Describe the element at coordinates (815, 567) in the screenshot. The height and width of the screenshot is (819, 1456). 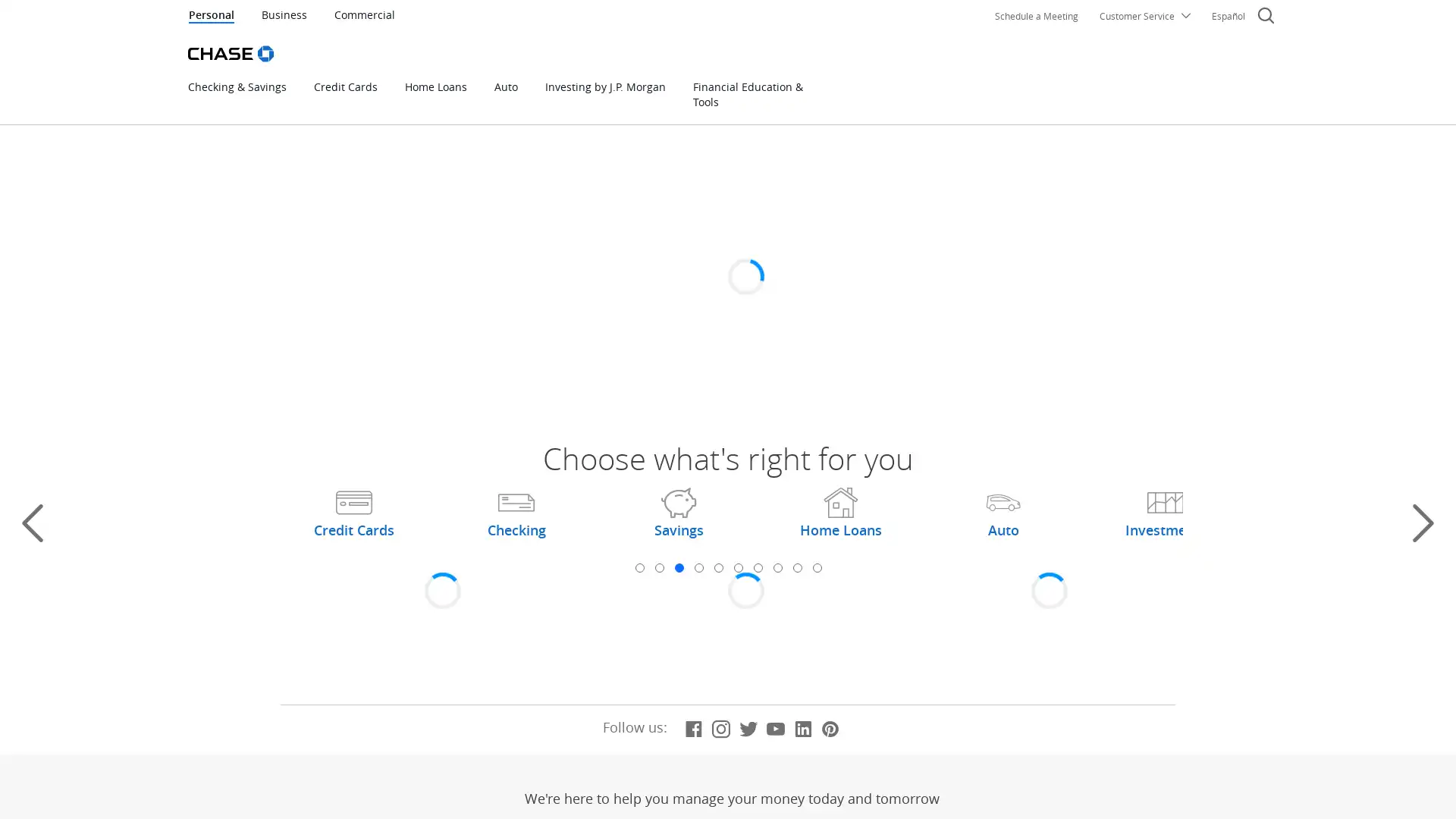
I see `Slide 10 of 10` at that location.